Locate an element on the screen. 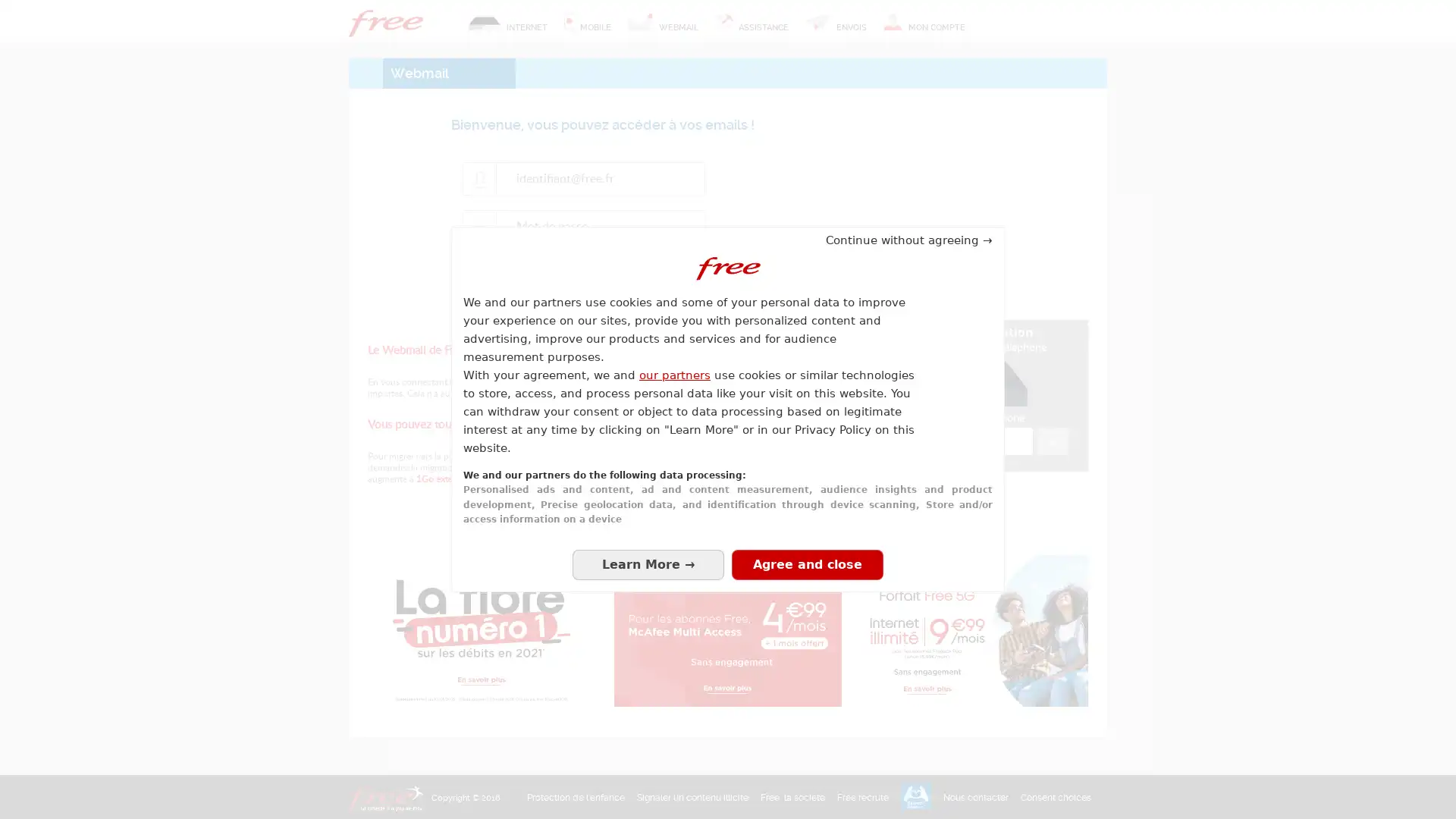 The width and height of the screenshot is (1456, 819). Tester votre ligne is located at coordinates (1052, 441).